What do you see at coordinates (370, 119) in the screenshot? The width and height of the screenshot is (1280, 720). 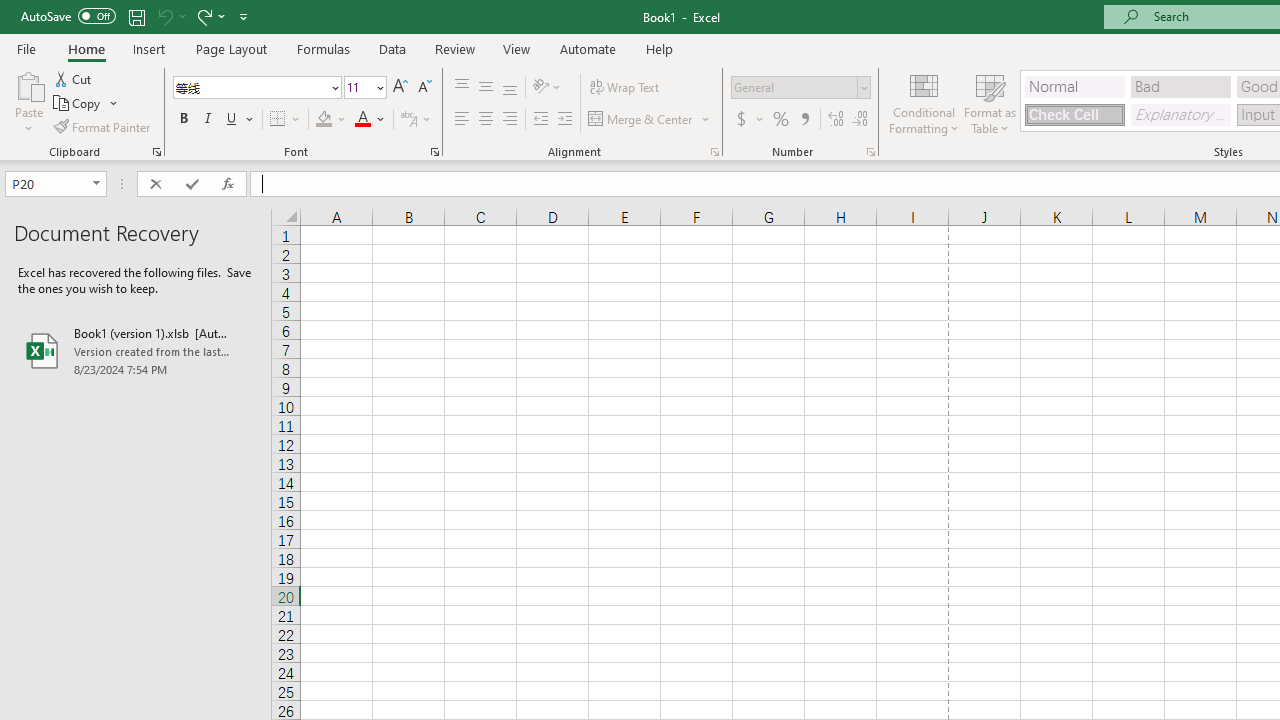 I see `'Font Color'` at bounding box center [370, 119].